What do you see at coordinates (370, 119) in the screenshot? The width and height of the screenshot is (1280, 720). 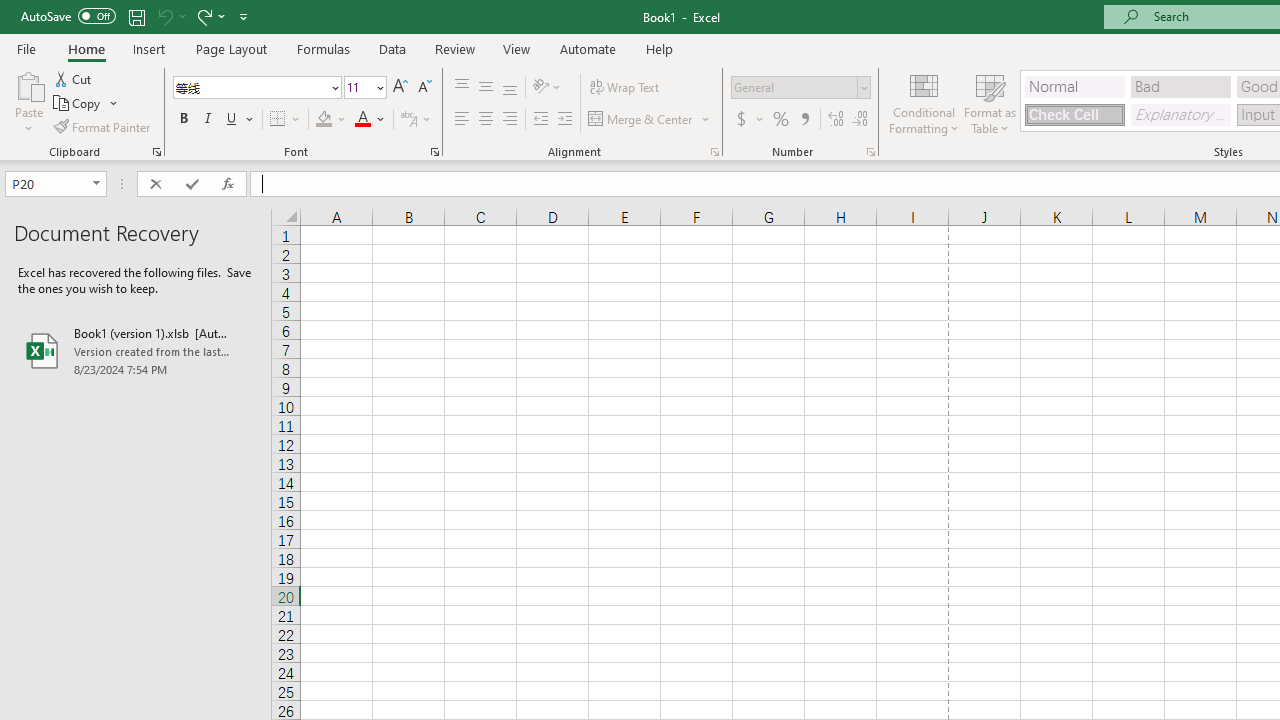 I see `'Font Color'` at bounding box center [370, 119].